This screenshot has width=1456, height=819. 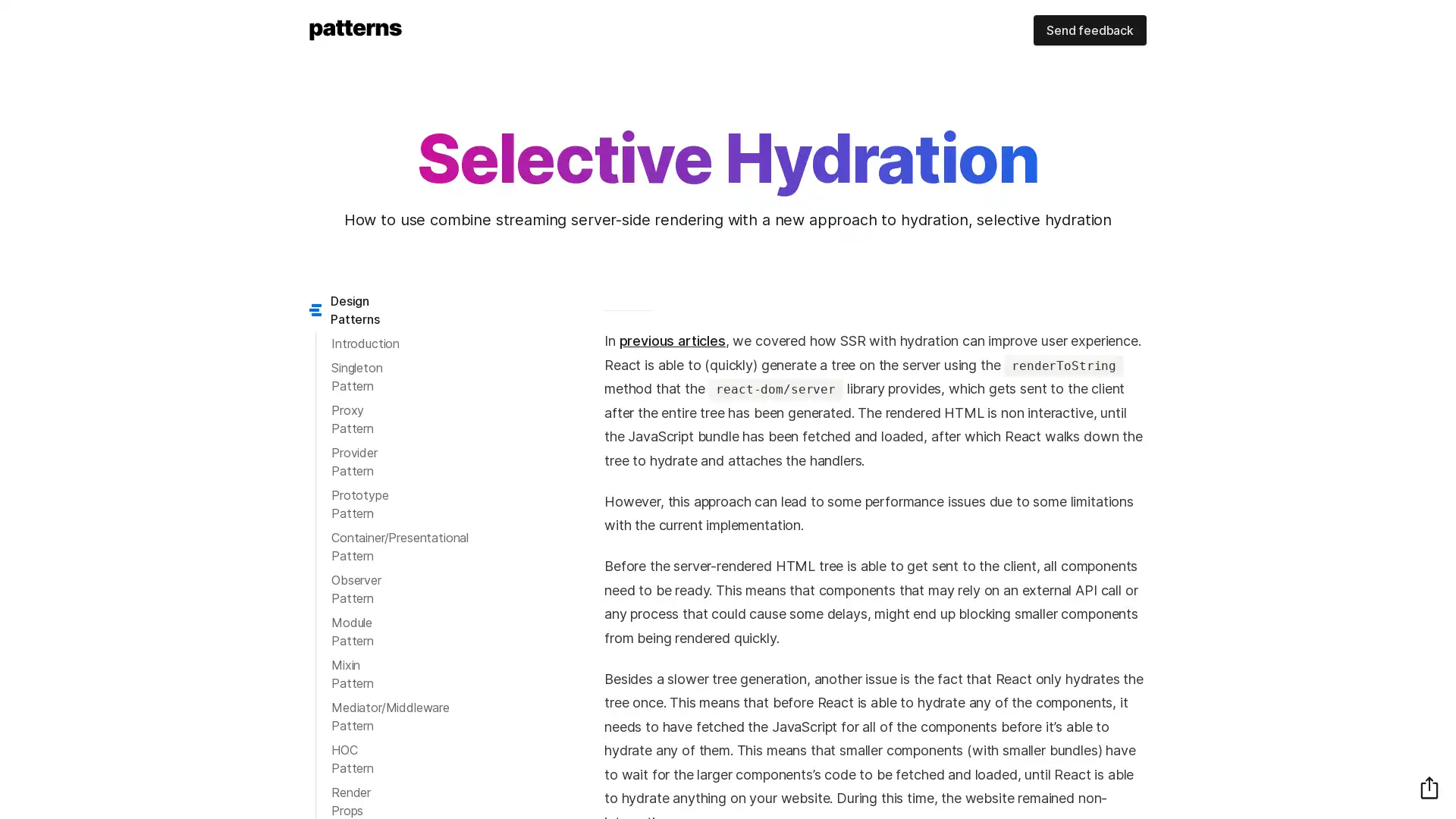 I want to click on Share, so click(x=1429, y=786).